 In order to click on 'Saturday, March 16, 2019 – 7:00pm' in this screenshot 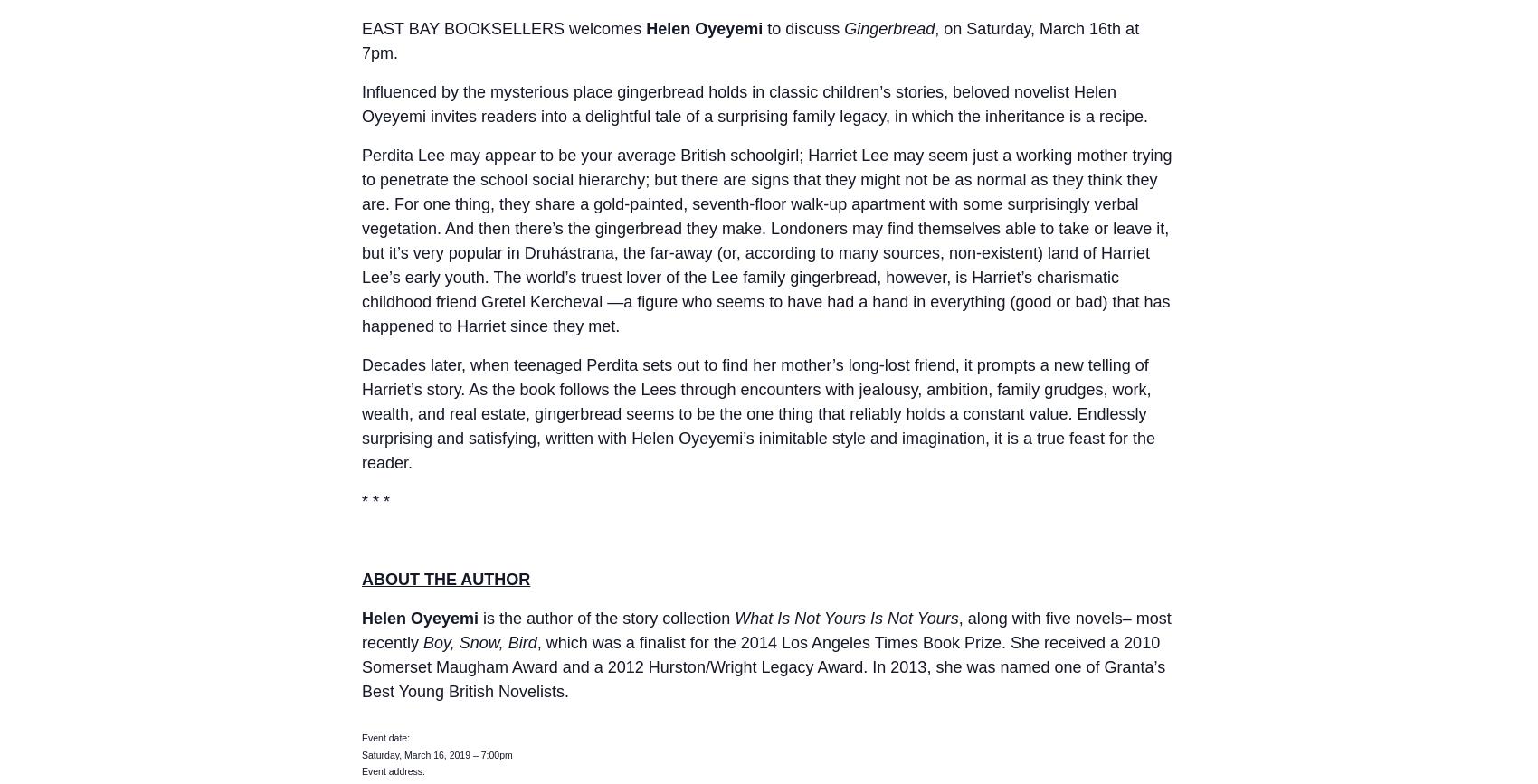, I will do `click(436, 752)`.